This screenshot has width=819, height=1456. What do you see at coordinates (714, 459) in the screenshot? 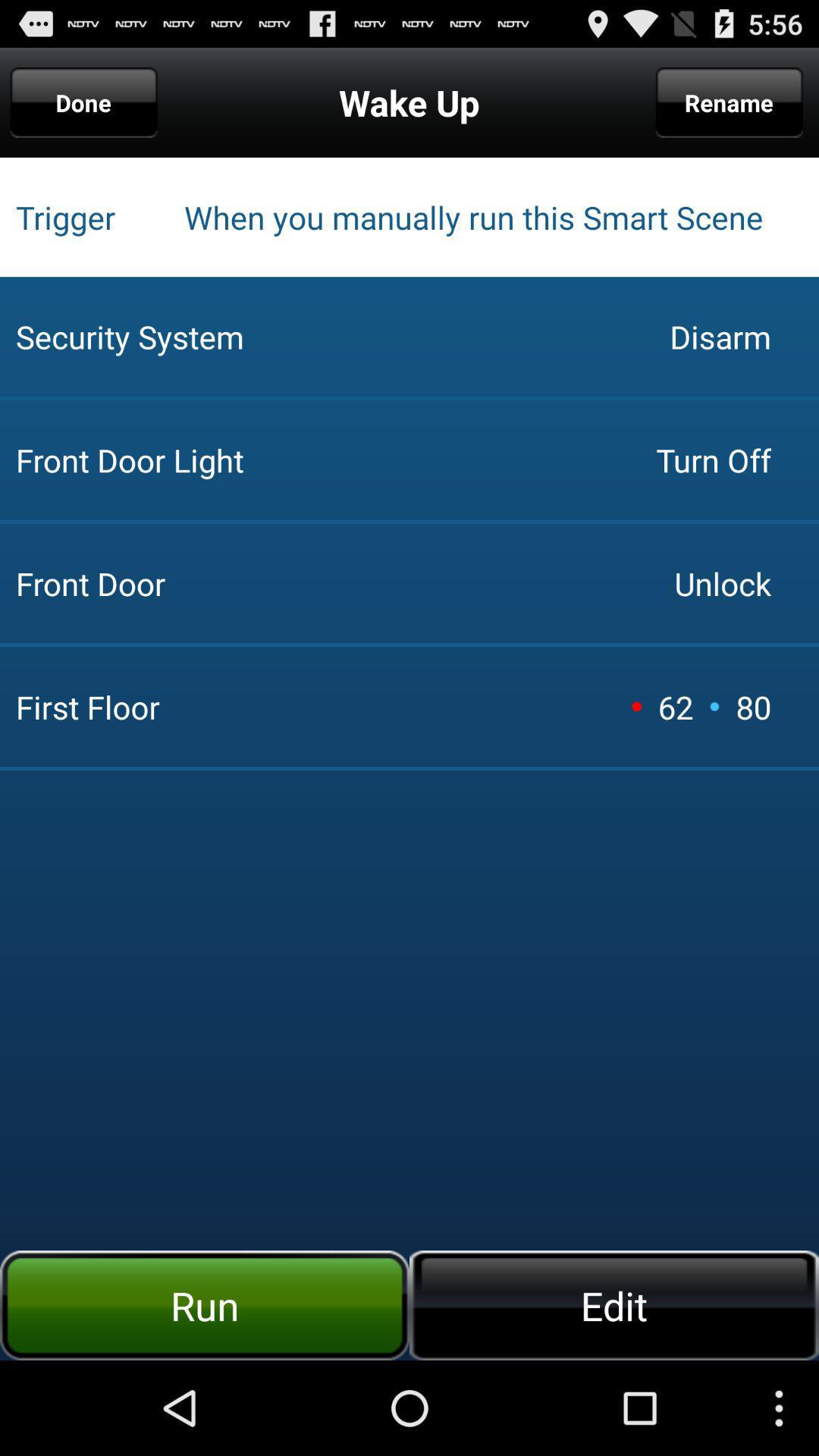
I see `the app above front door icon` at bounding box center [714, 459].